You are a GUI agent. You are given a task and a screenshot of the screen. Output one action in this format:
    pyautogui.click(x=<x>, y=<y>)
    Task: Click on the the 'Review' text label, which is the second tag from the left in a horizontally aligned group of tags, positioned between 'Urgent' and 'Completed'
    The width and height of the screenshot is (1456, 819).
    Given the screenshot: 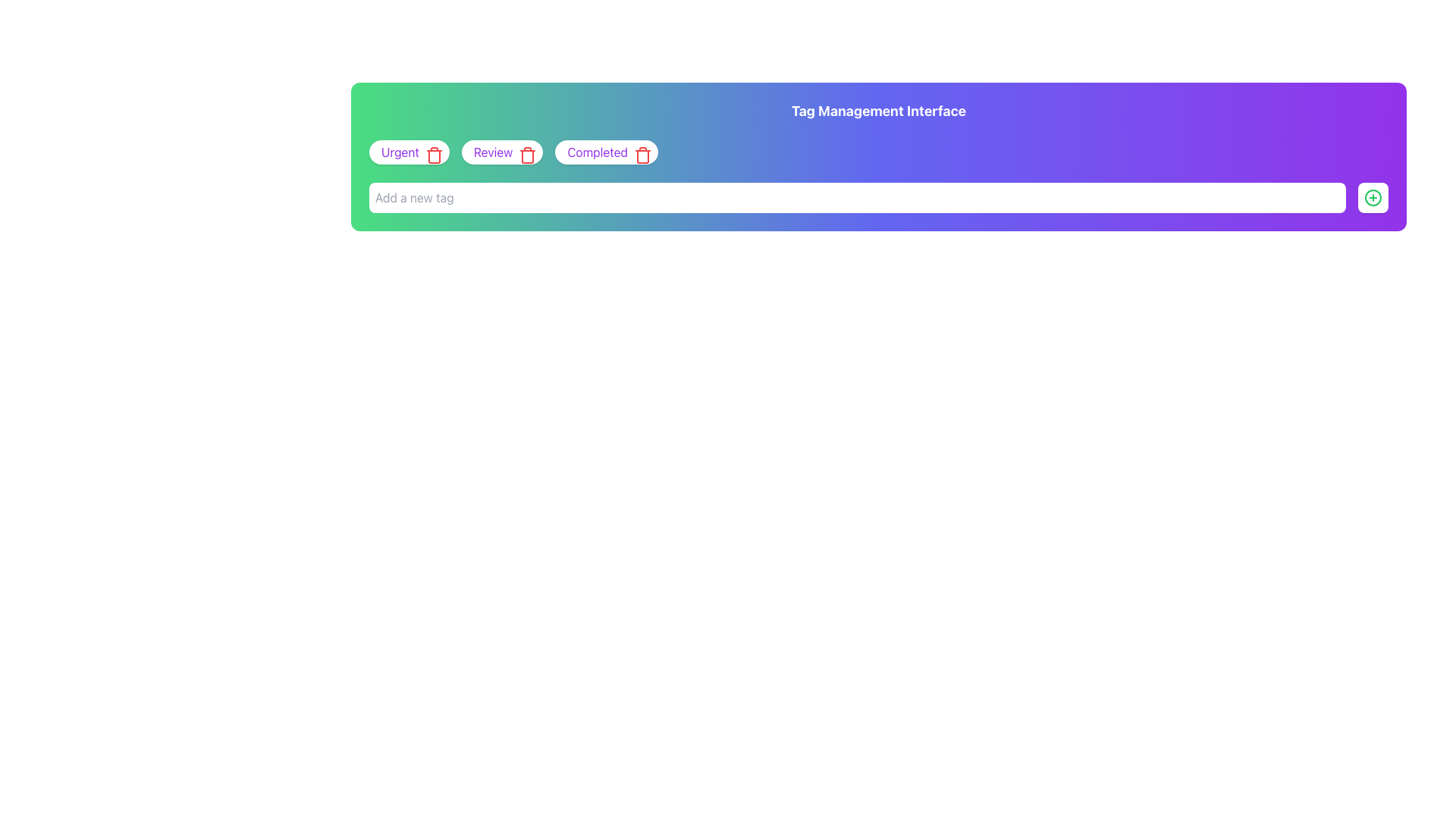 What is the action you would take?
    pyautogui.click(x=493, y=152)
    